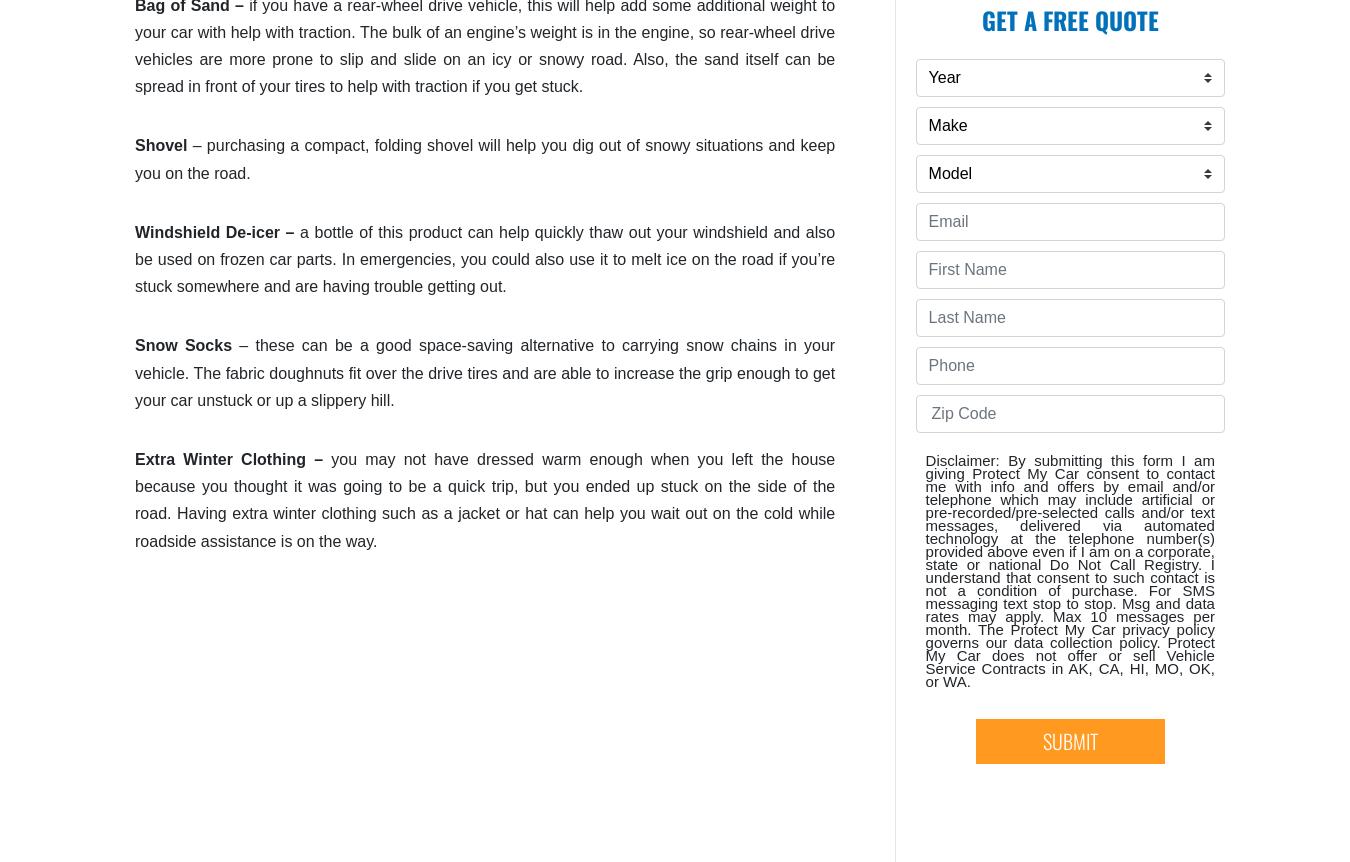 The image size is (1350, 862). What do you see at coordinates (1069, 740) in the screenshot?
I see `'SUBMIT'` at bounding box center [1069, 740].